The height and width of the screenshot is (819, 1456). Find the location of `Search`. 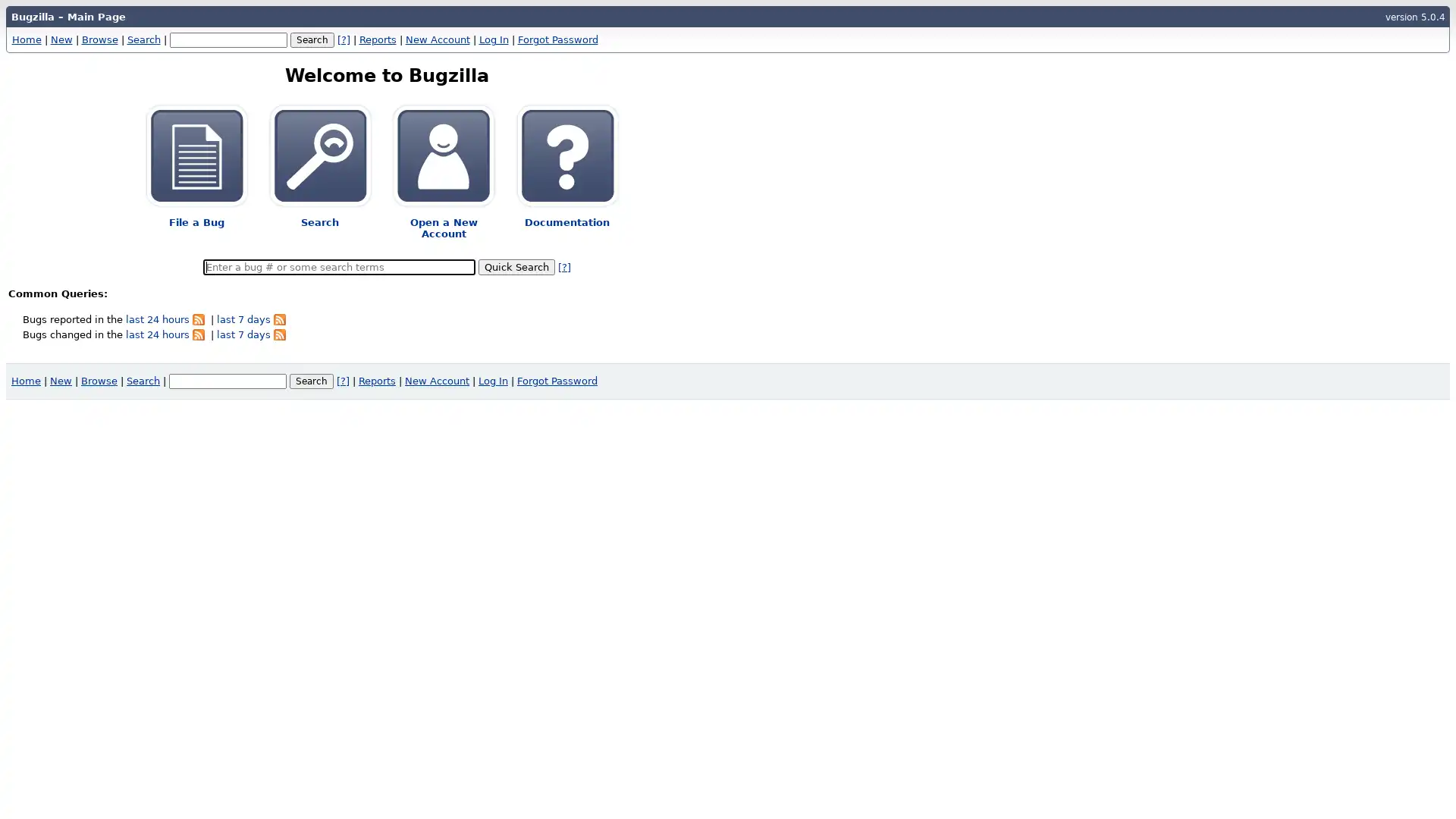

Search is located at coordinates (311, 380).